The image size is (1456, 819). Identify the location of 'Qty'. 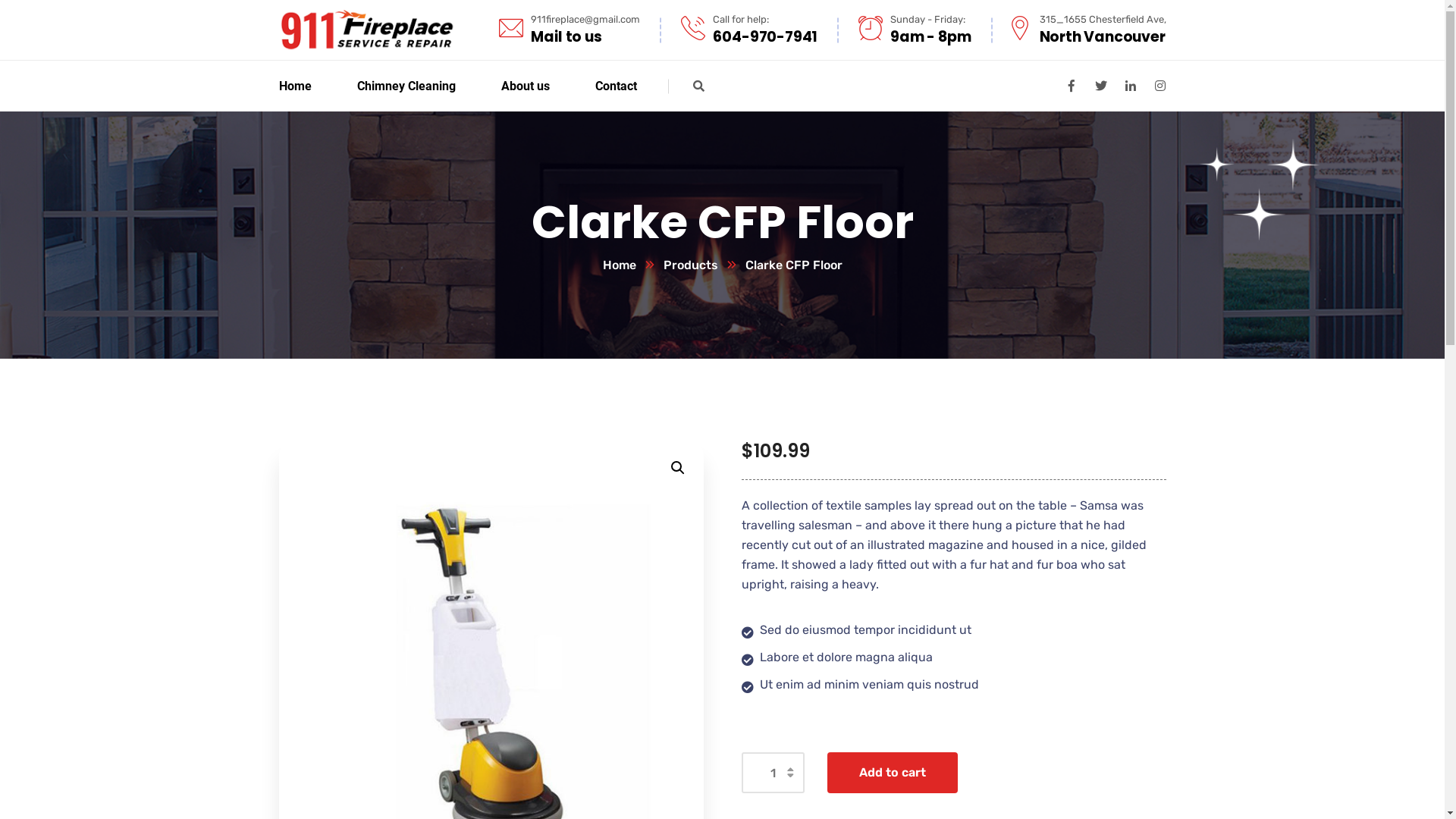
(773, 772).